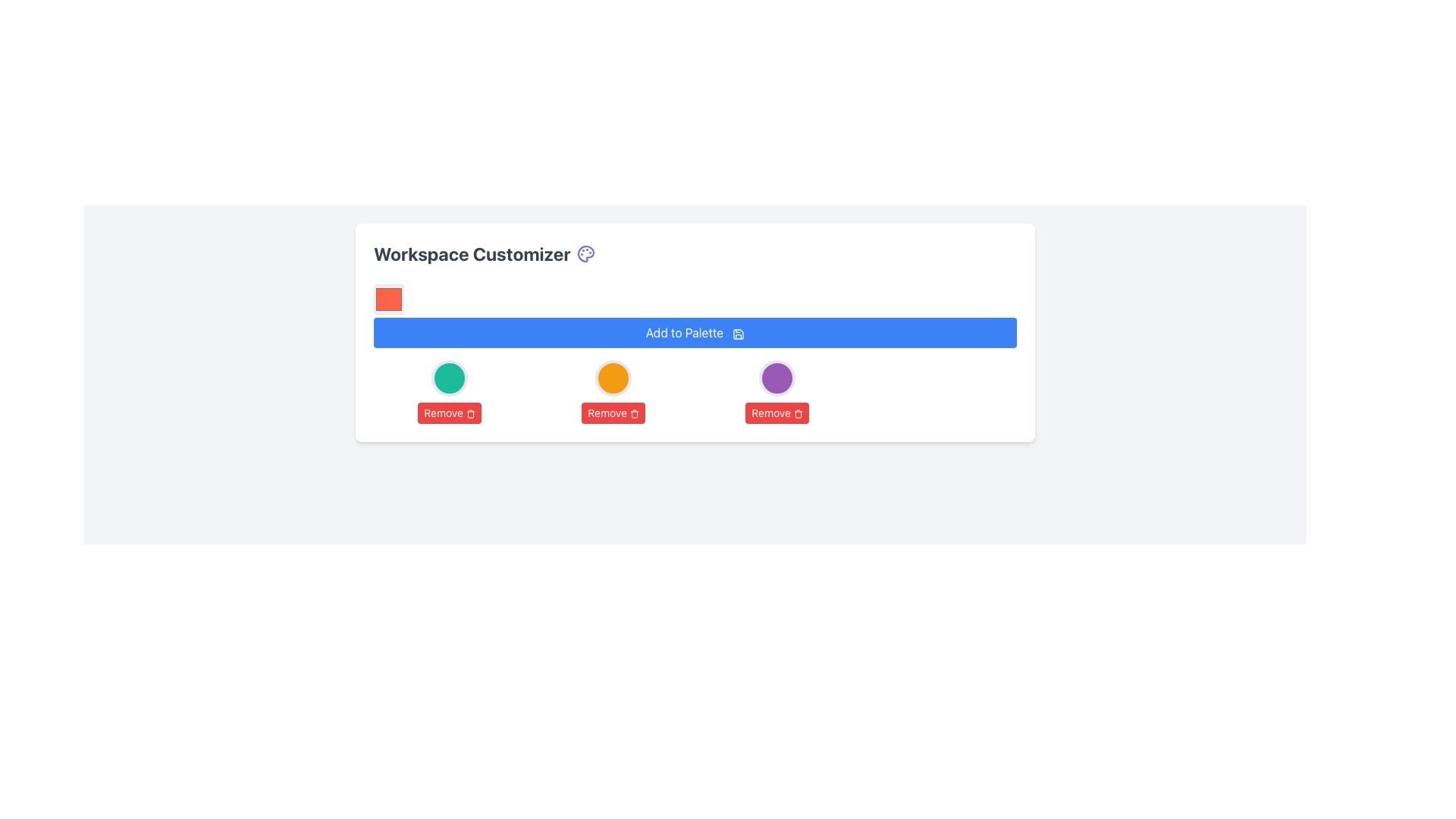 The width and height of the screenshot is (1456, 819). Describe the element at coordinates (389, 299) in the screenshot. I see `the red color swatch with hex value '#FF6347'` at that location.